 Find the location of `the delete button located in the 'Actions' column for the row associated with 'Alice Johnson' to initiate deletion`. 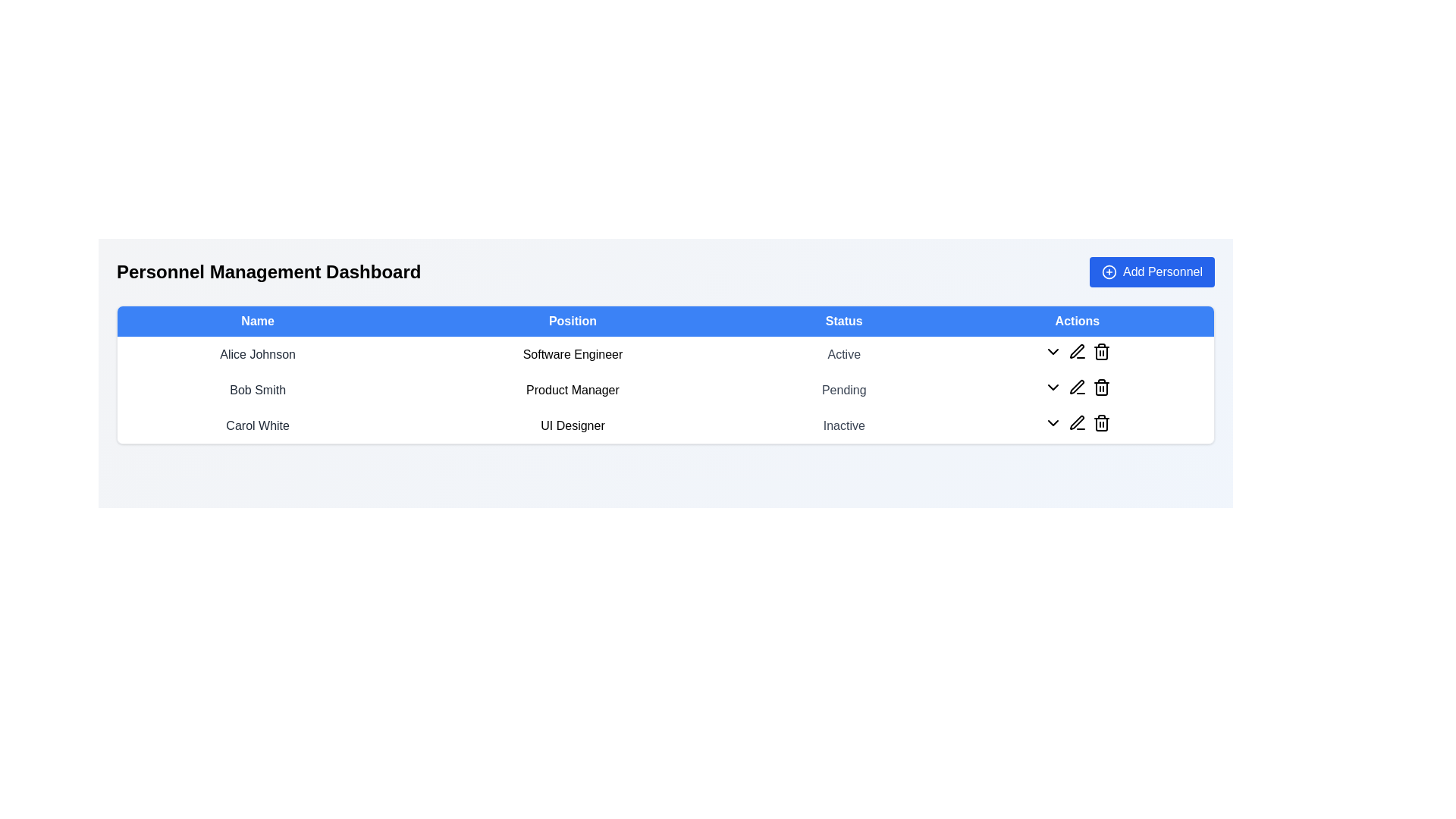

the delete button located in the 'Actions' column for the row associated with 'Alice Johnson' to initiate deletion is located at coordinates (1101, 351).